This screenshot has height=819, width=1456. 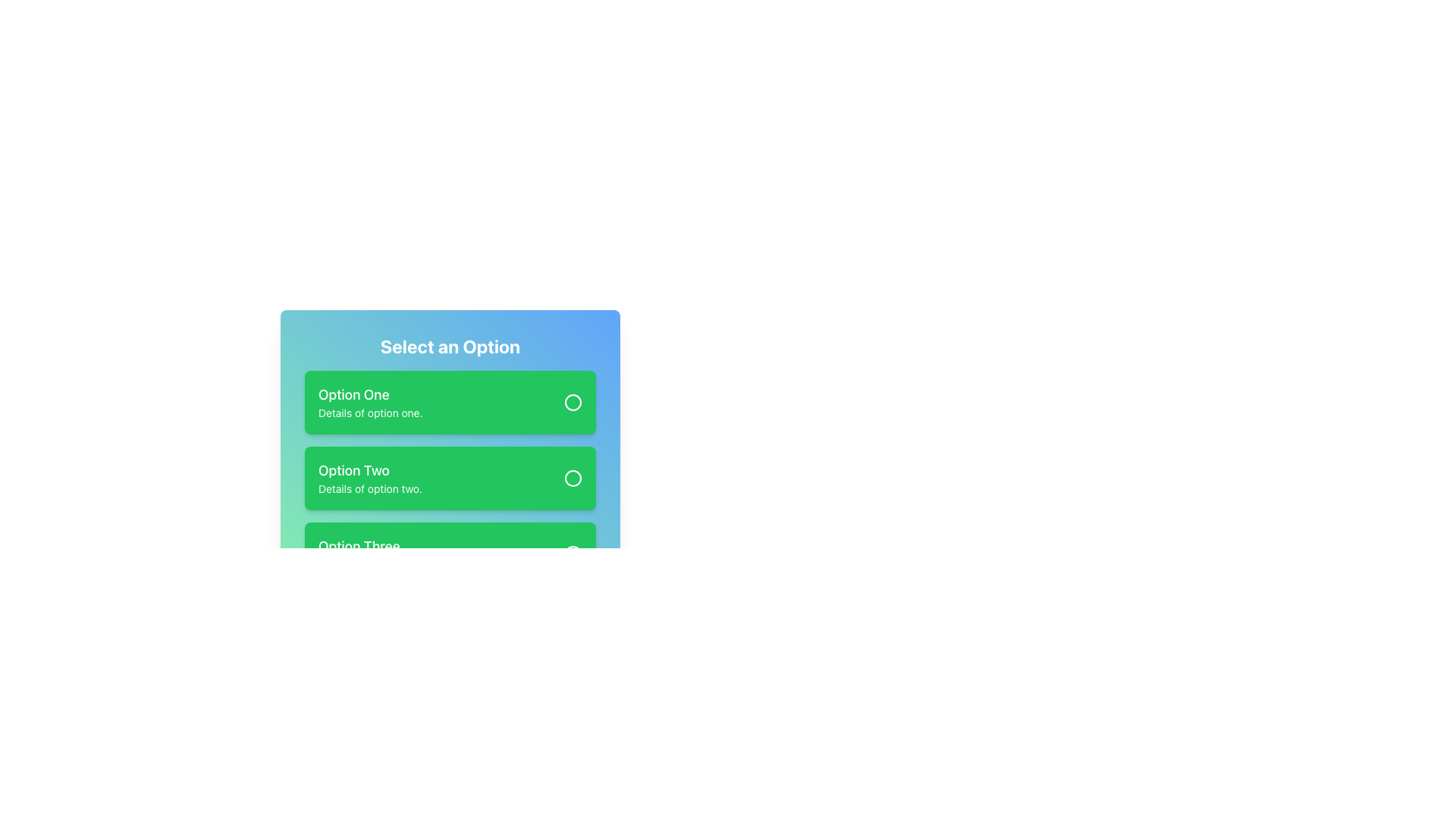 I want to click on the circular Radio Button Indicator for the third option, so click(x=572, y=554).